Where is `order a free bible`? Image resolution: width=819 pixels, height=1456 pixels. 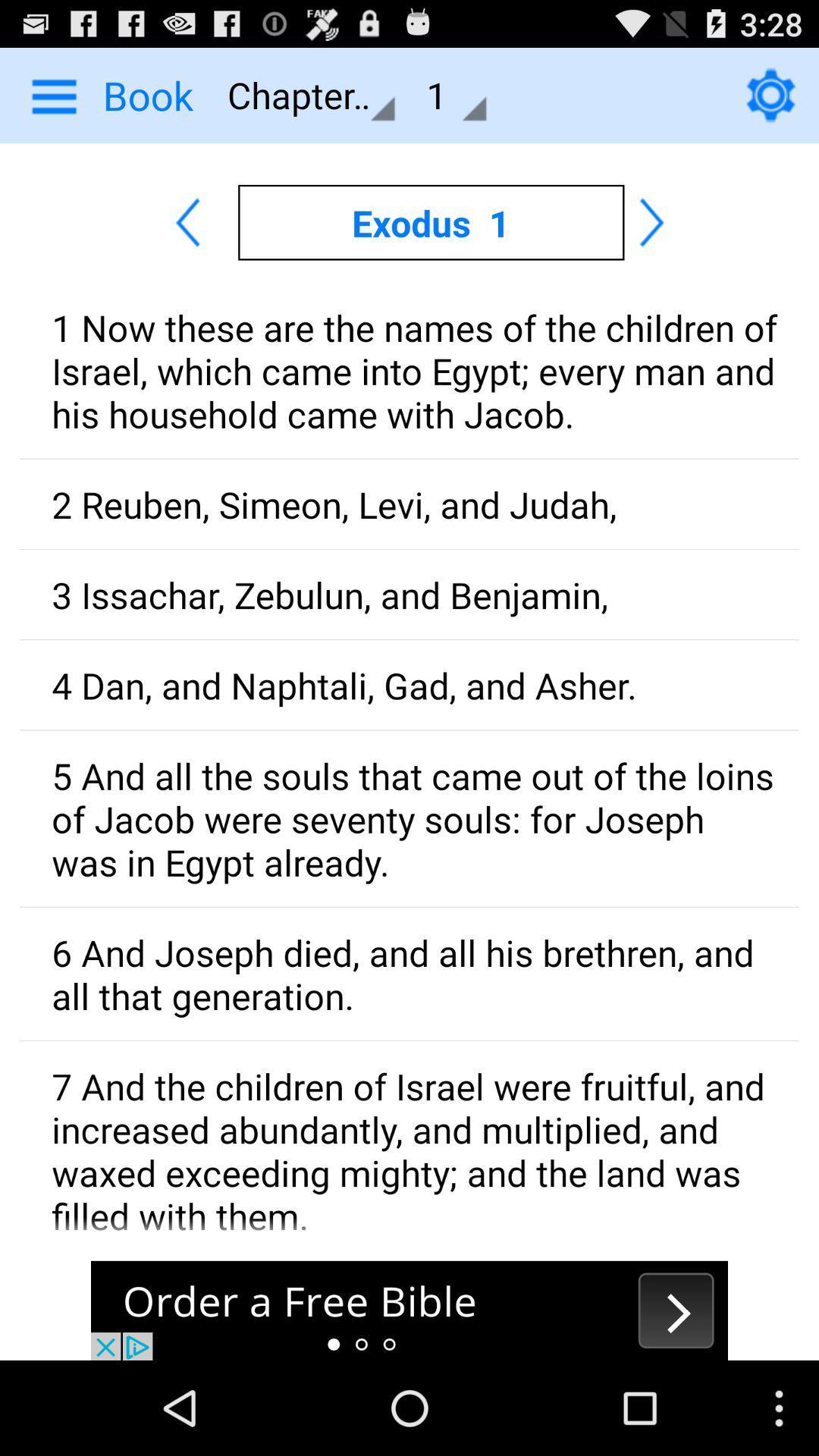
order a free bible is located at coordinates (409, 1310).